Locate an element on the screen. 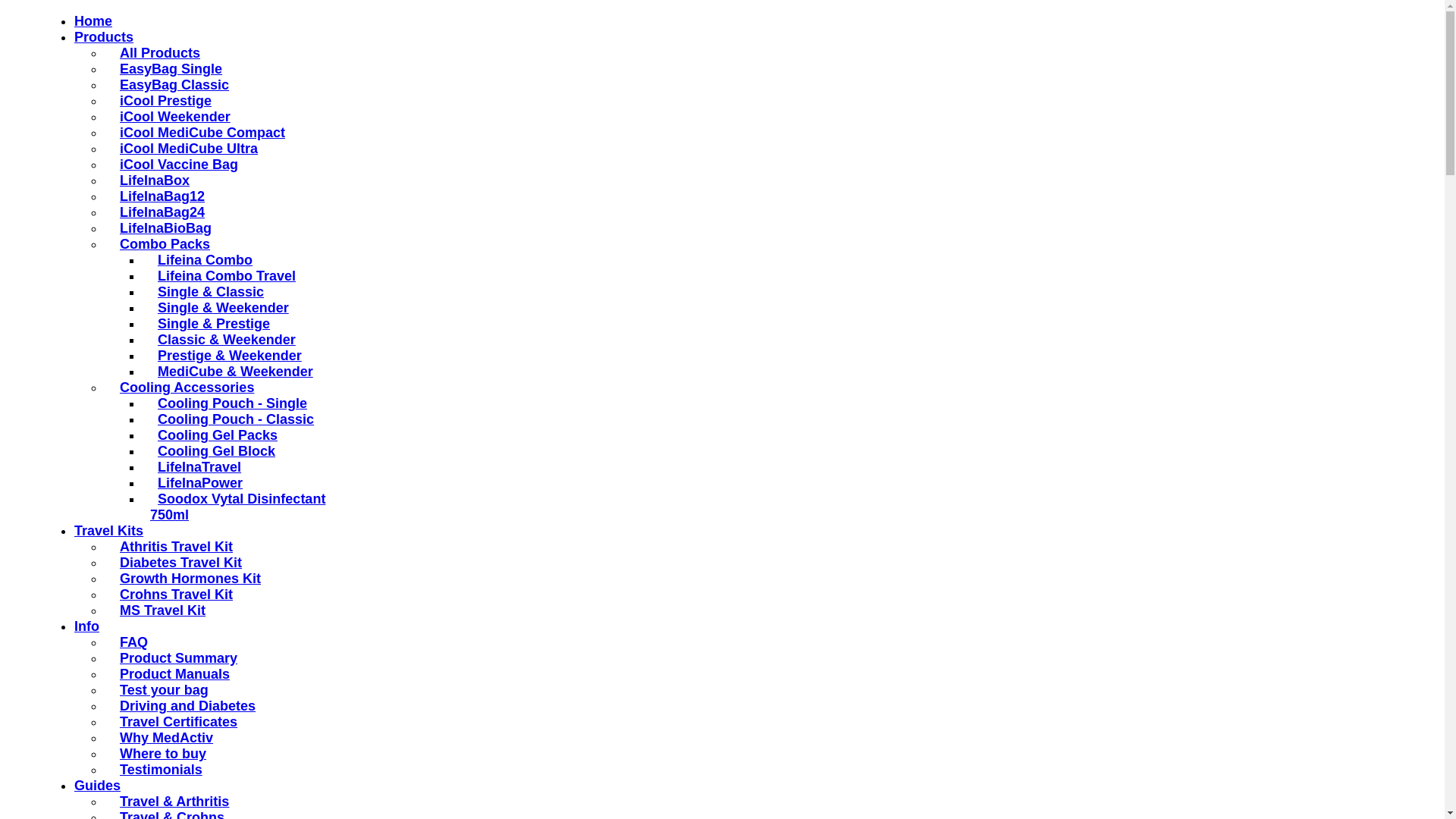 The height and width of the screenshot is (819, 1456). 'EasyBag Single' is located at coordinates (167, 69).